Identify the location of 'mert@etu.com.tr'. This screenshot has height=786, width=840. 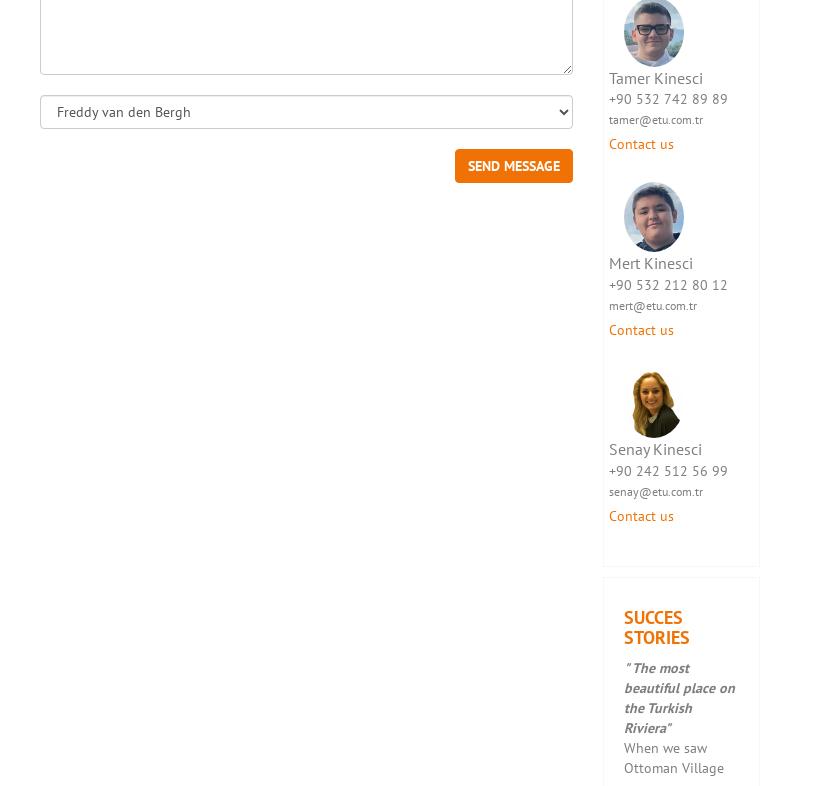
(607, 305).